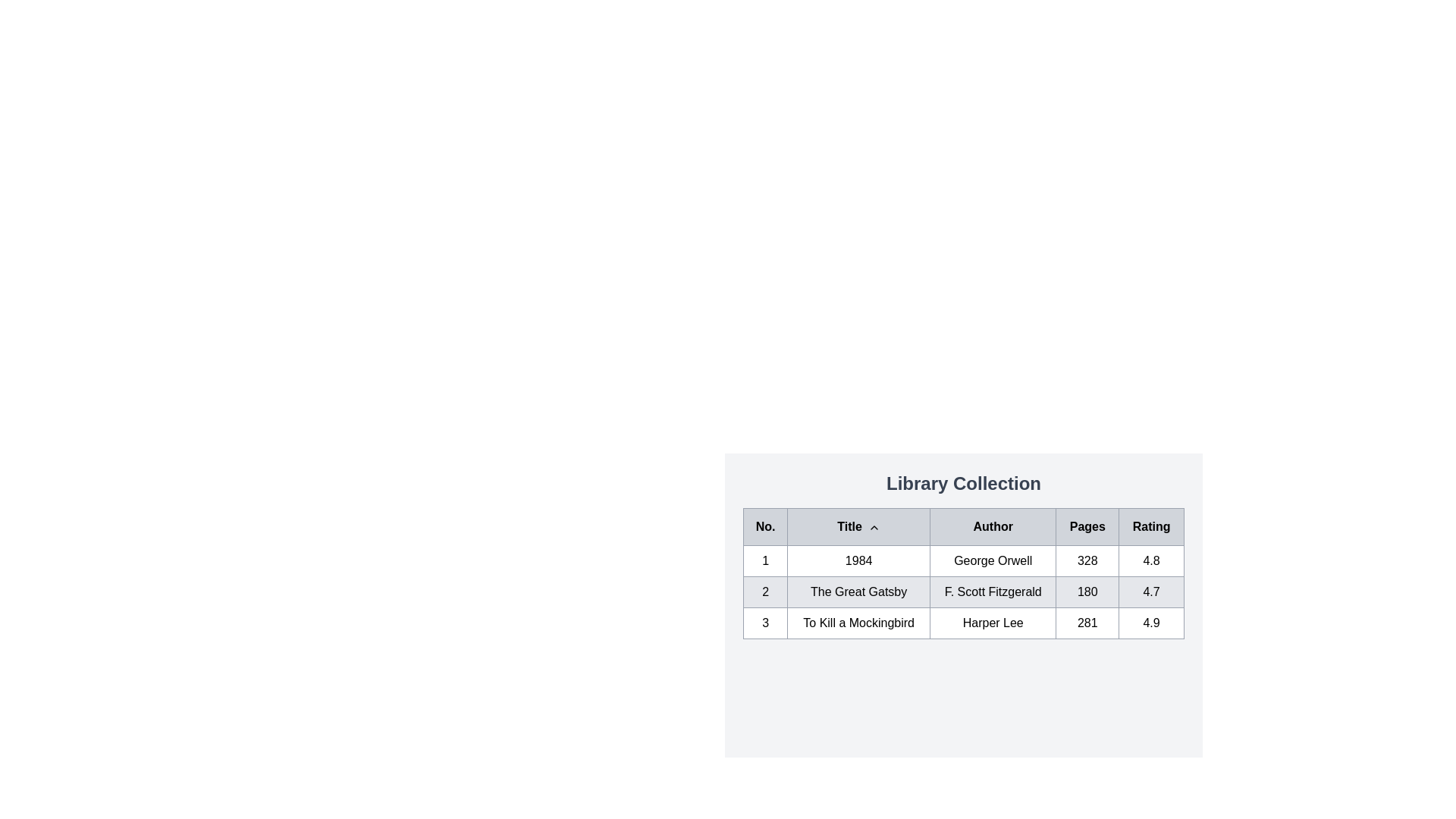 This screenshot has width=1456, height=819. What do you see at coordinates (993, 591) in the screenshot?
I see `the table cell indicating the author's name for 'The Great Gatsby', located in the second row under the 'Author' column` at bounding box center [993, 591].